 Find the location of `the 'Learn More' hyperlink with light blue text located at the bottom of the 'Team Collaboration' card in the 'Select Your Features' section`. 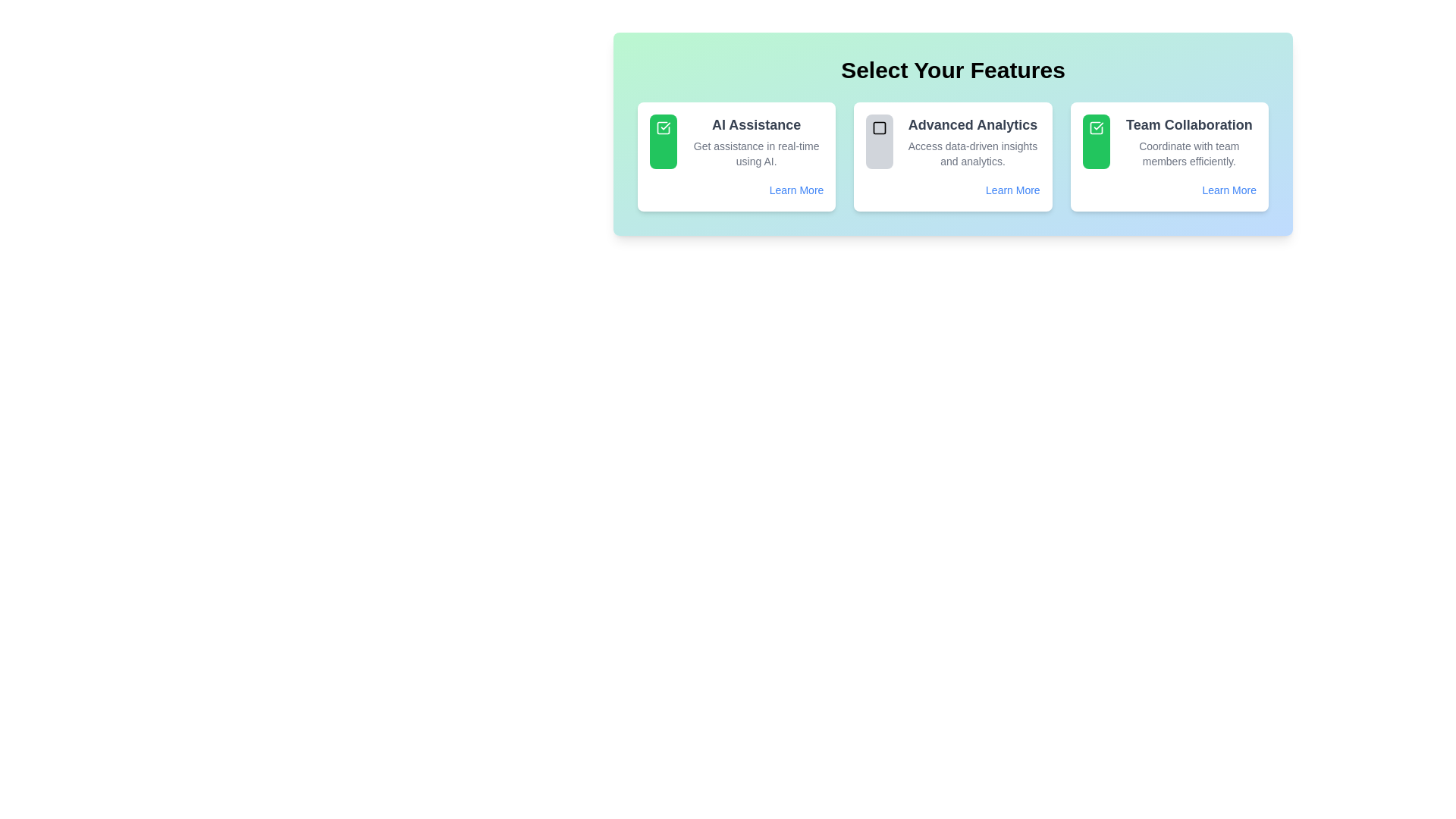

the 'Learn More' hyperlink with light blue text located at the bottom of the 'Team Collaboration' card in the 'Select Your Features' section is located at coordinates (1229, 189).